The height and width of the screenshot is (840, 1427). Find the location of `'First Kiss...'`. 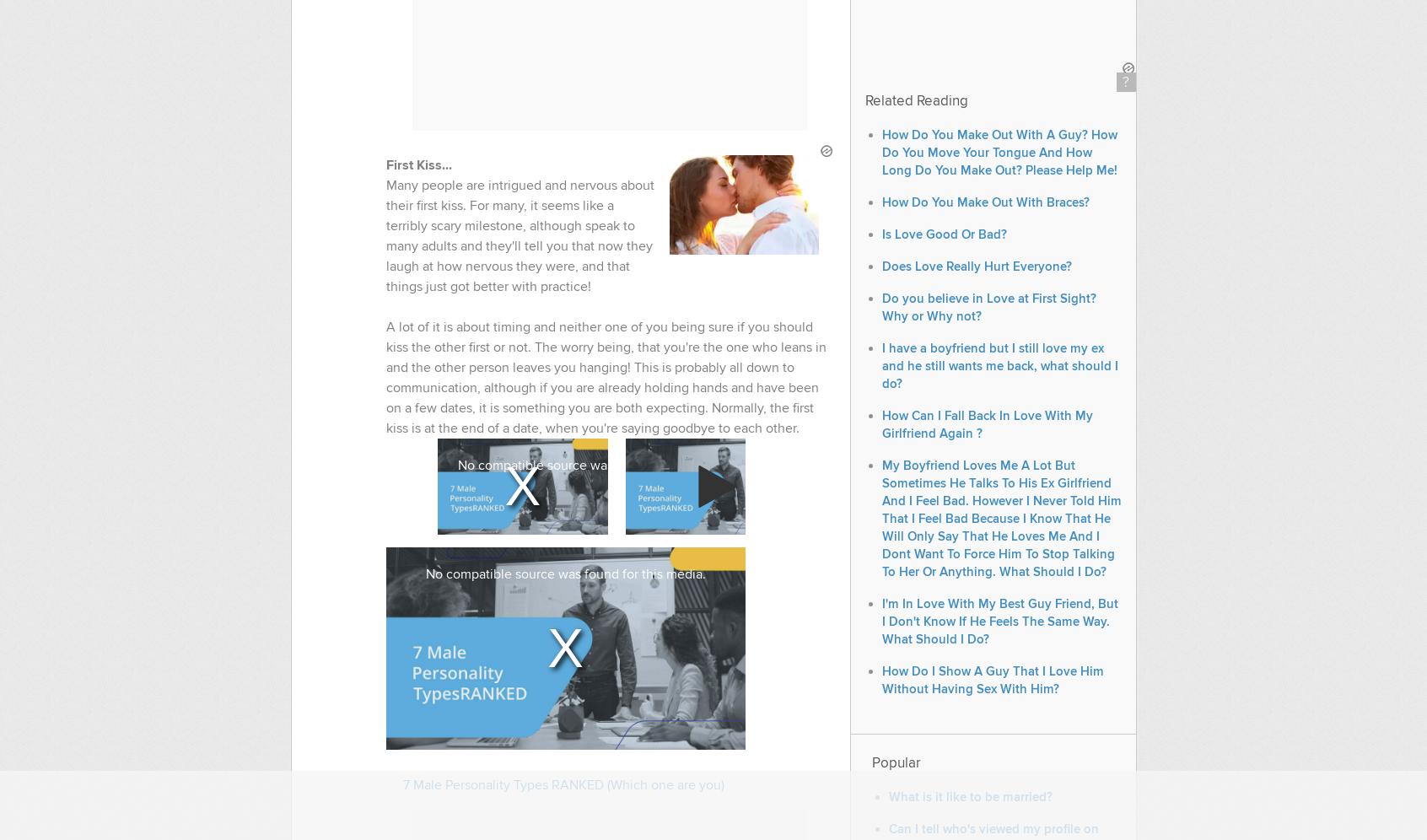

'First Kiss...' is located at coordinates (417, 165).